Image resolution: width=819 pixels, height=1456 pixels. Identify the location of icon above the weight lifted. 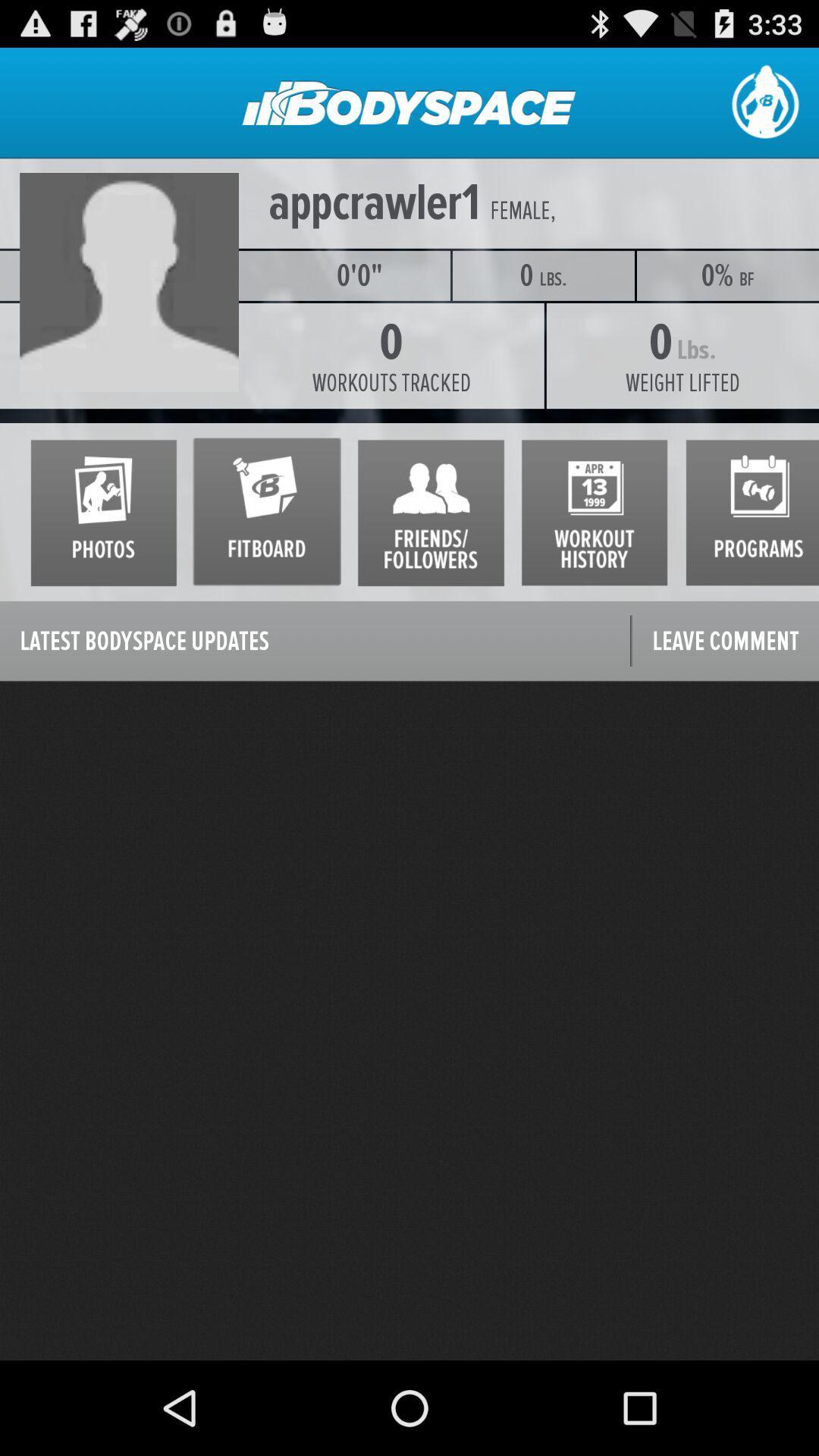
(746, 279).